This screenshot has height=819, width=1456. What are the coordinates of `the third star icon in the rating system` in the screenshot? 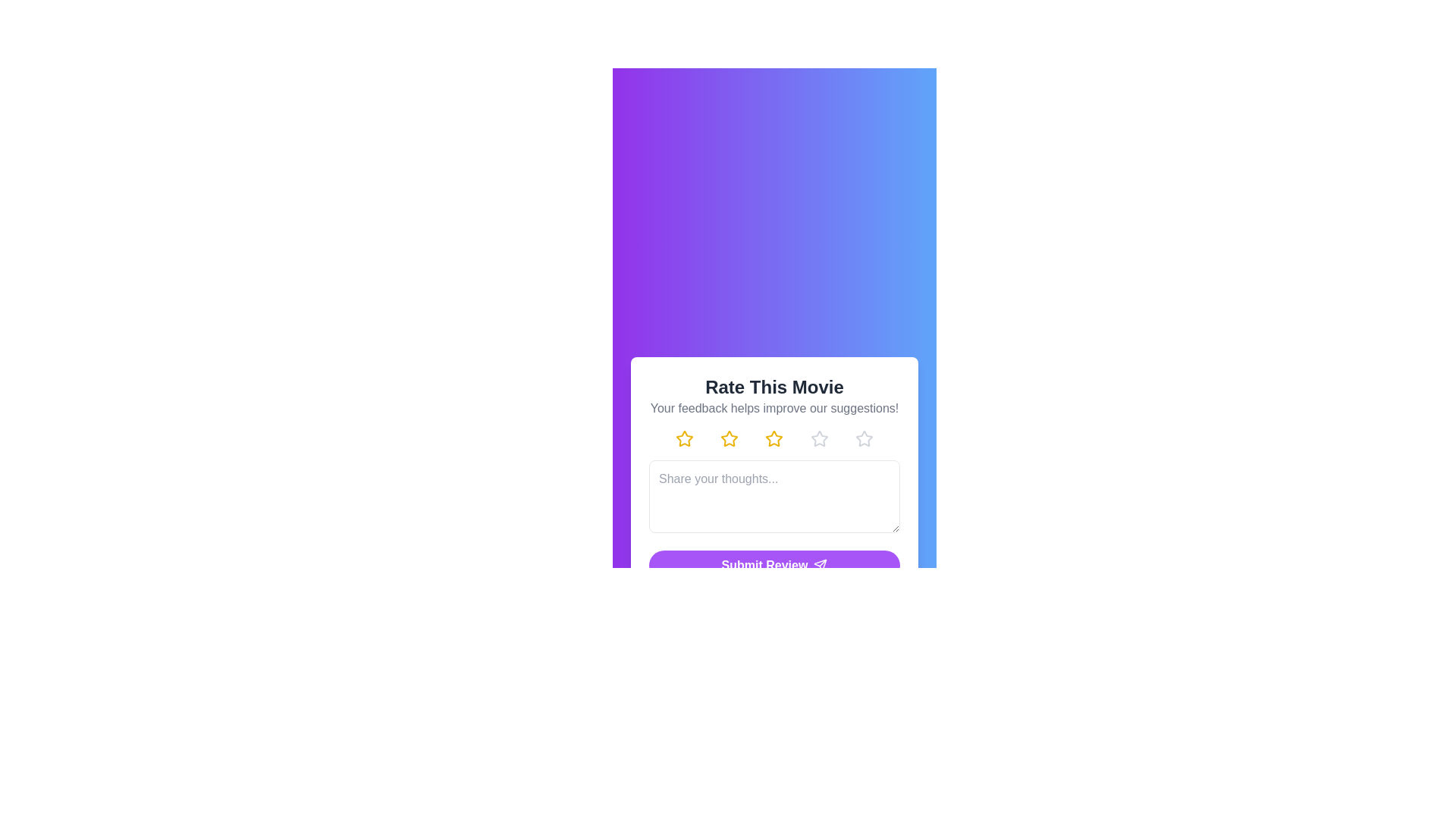 It's located at (774, 438).